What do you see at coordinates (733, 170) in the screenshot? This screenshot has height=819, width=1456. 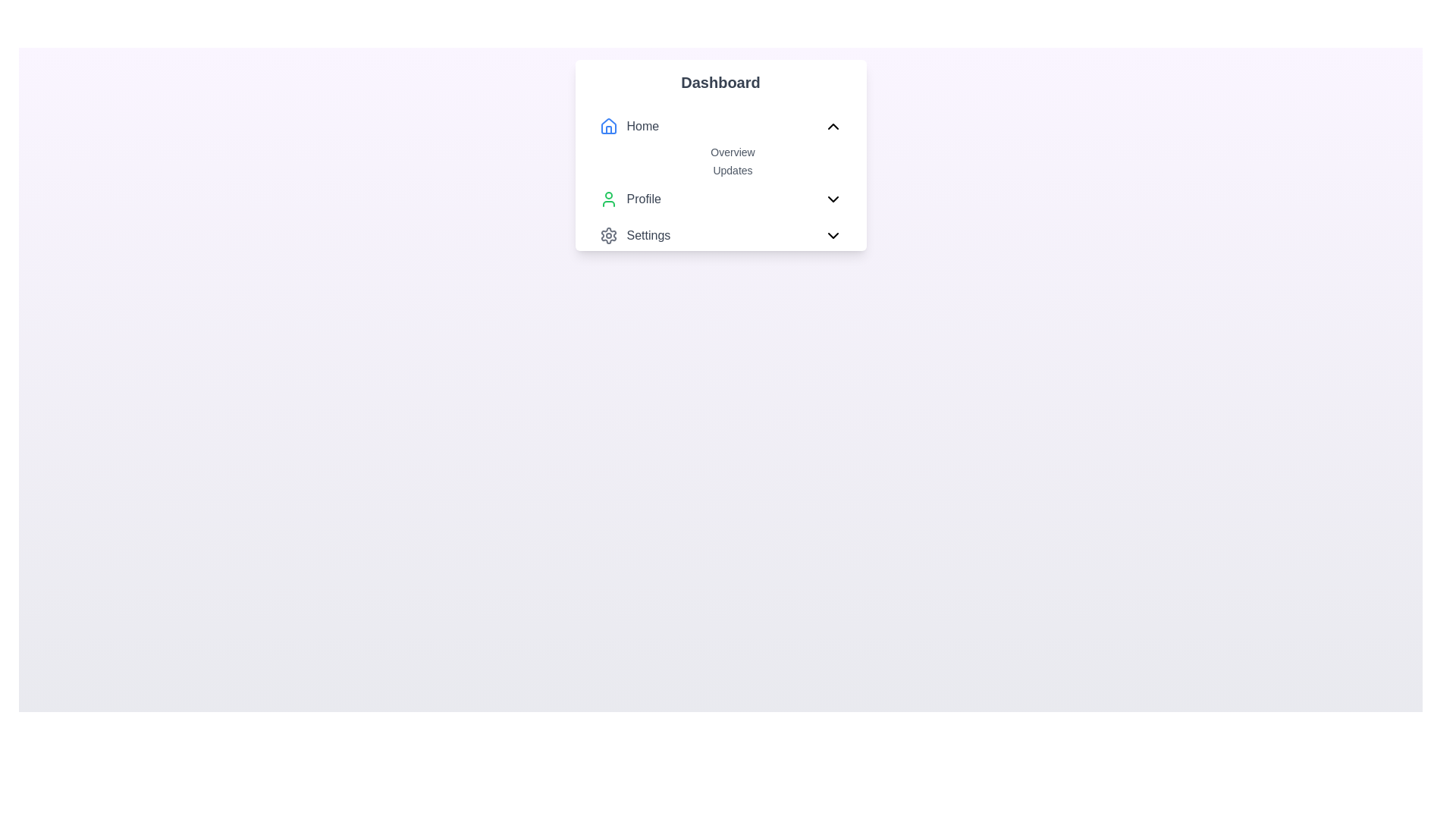 I see `the navigational text labeled 'Updates' located under the 'Dashboard' panel` at bounding box center [733, 170].